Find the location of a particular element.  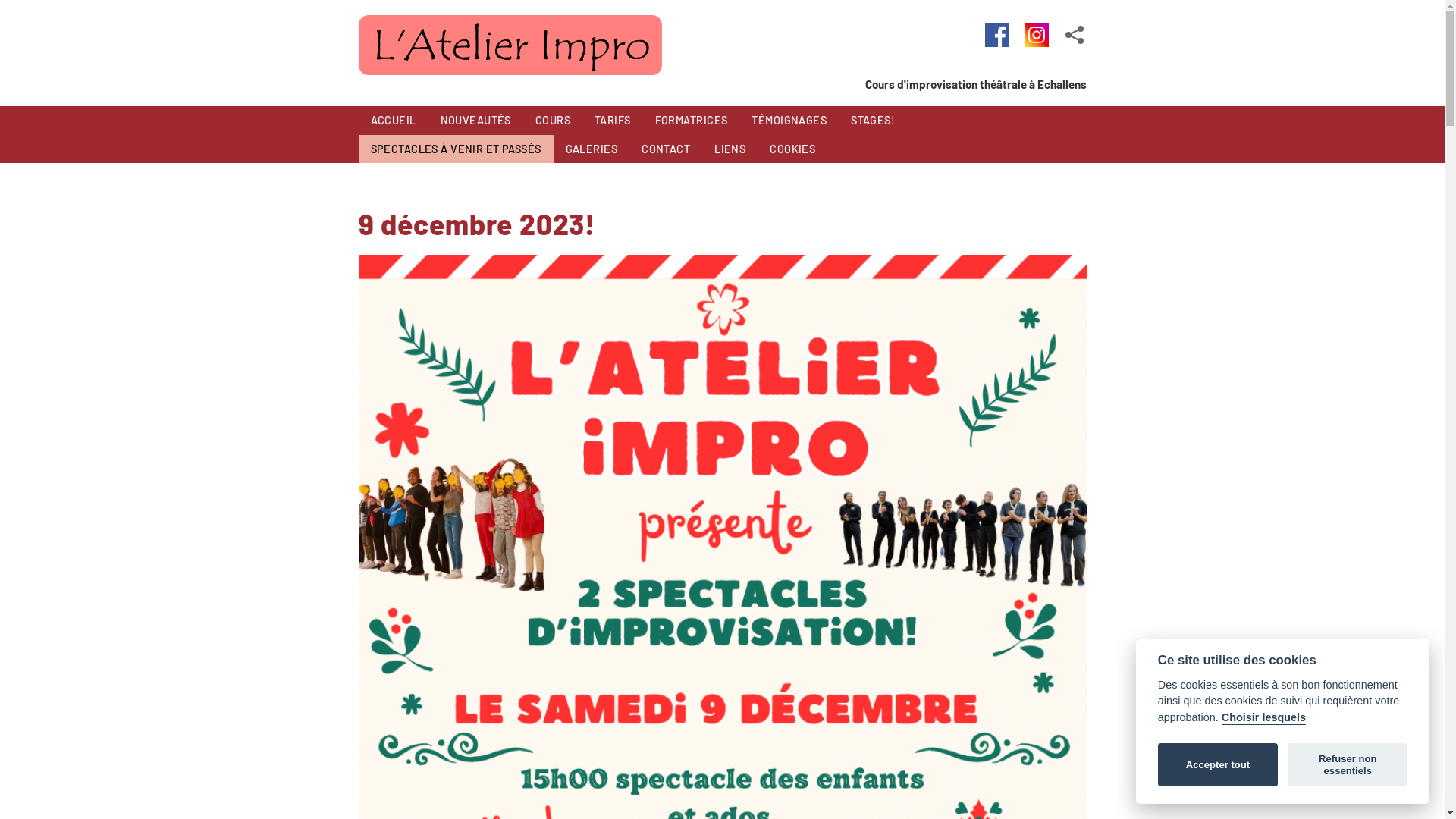

'CONTACT' is located at coordinates (629, 149).